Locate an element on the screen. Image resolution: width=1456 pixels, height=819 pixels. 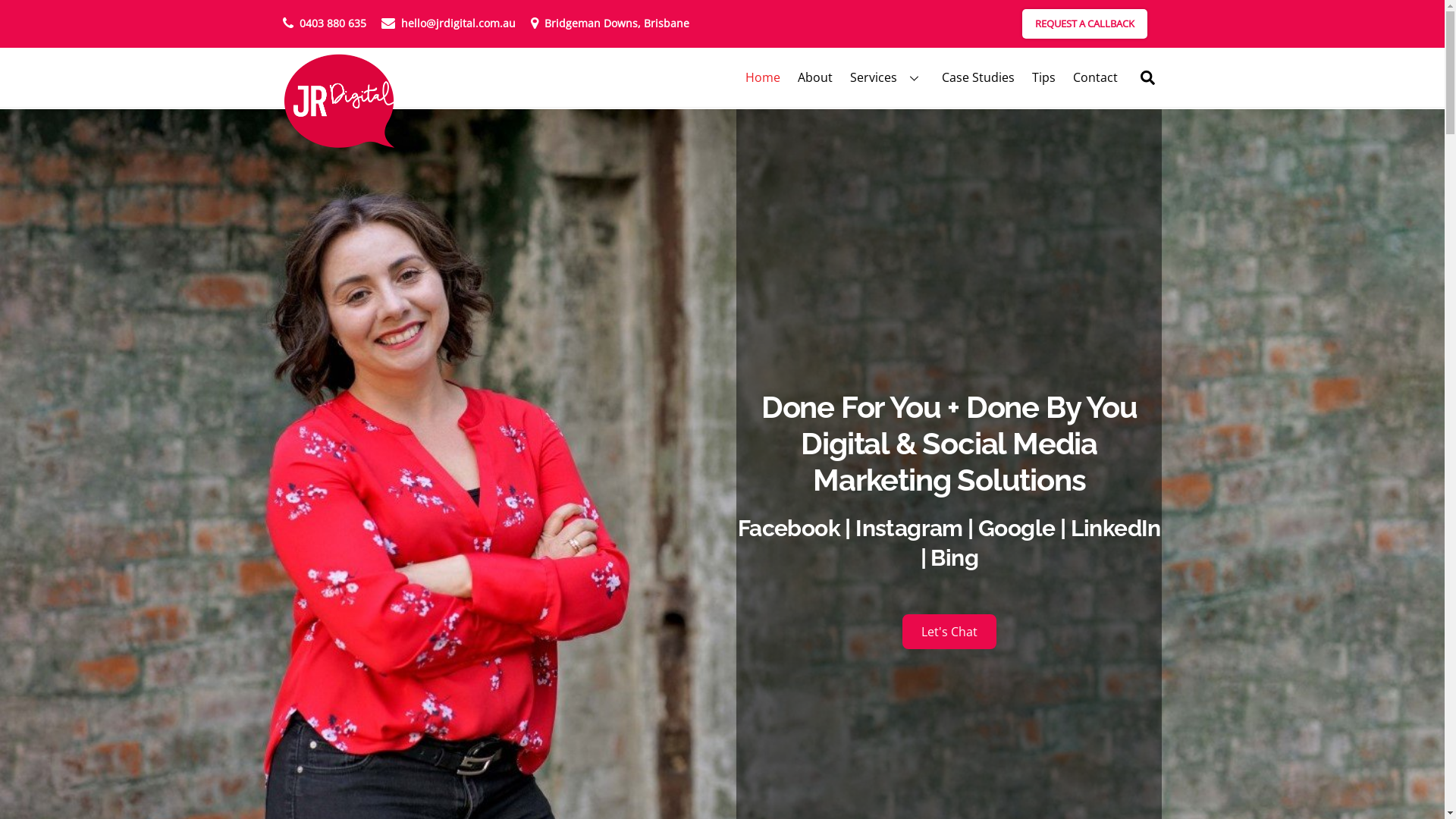
'Case Studies' is located at coordinates (977, 77).